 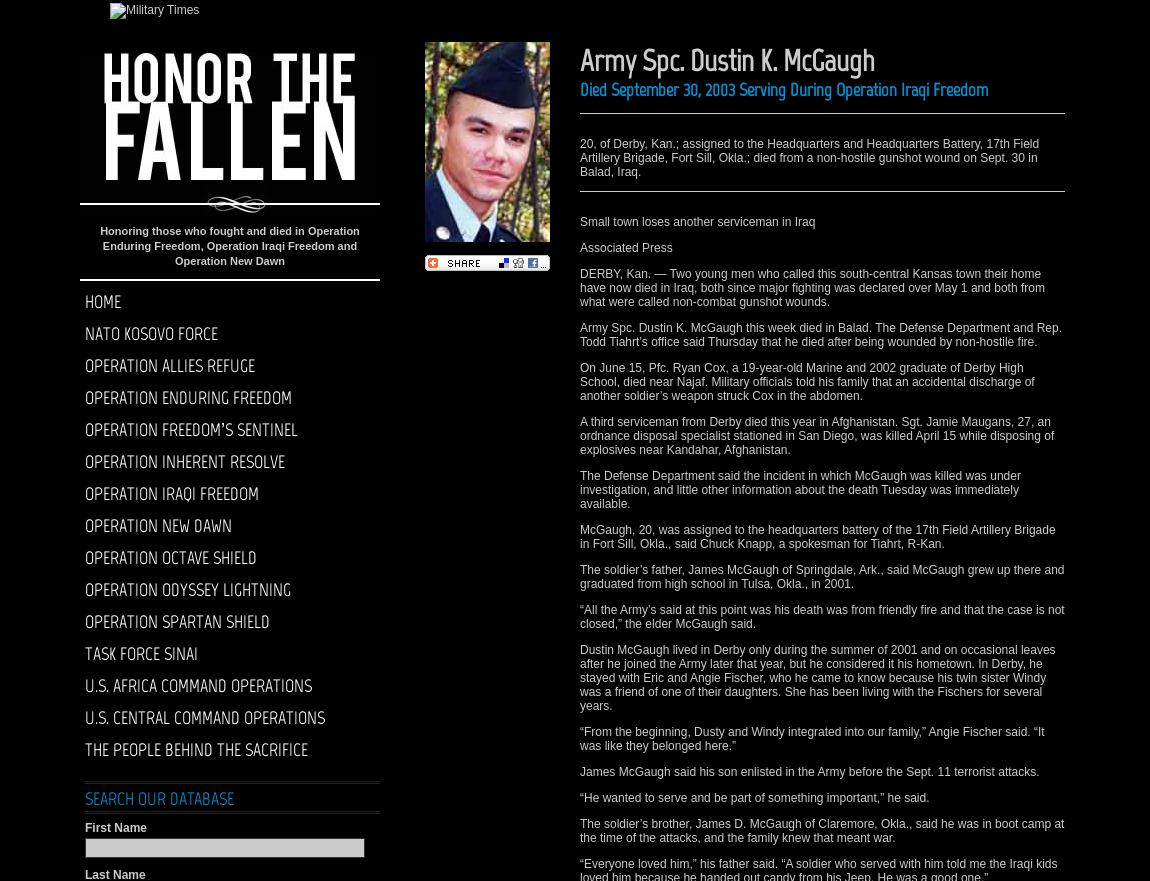 What do you see at coordinates (170, 557) in the screenshot?
I see `'Operation Octave Shield'` at bounding box center [170, 557].